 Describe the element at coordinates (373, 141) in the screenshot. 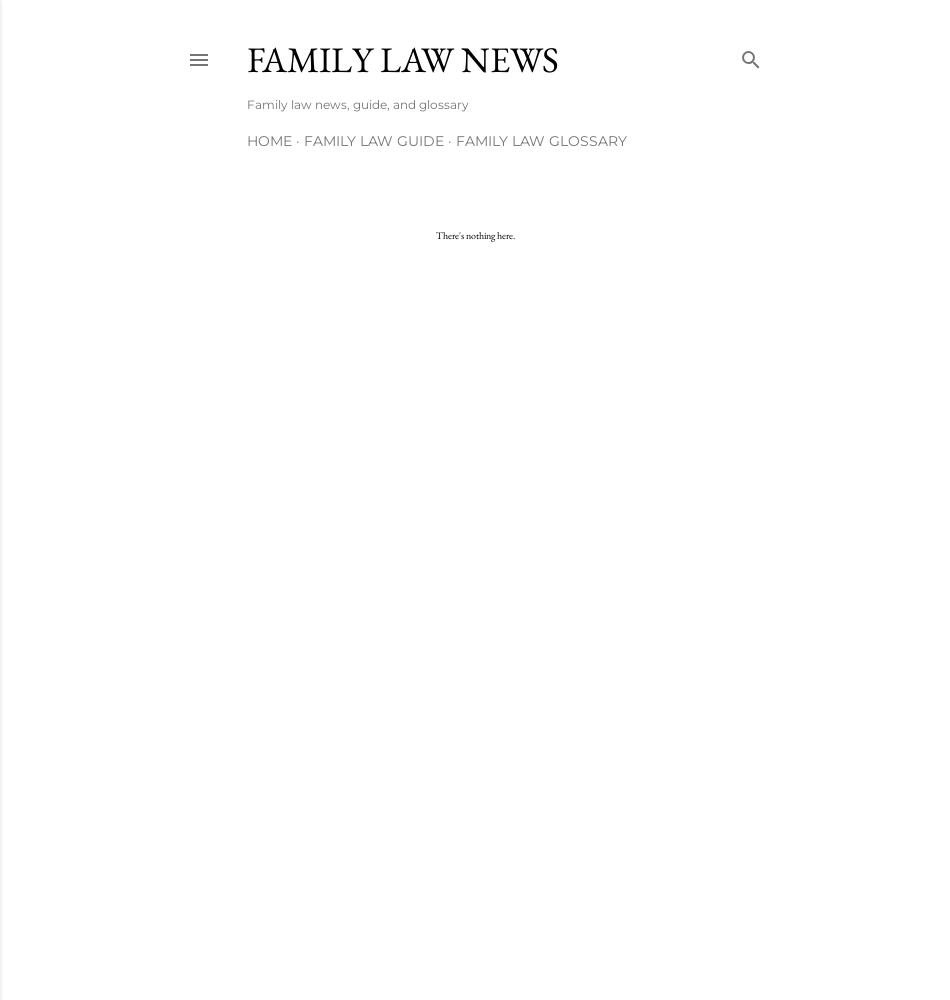

I see `'Family Law Guide'` at that location.